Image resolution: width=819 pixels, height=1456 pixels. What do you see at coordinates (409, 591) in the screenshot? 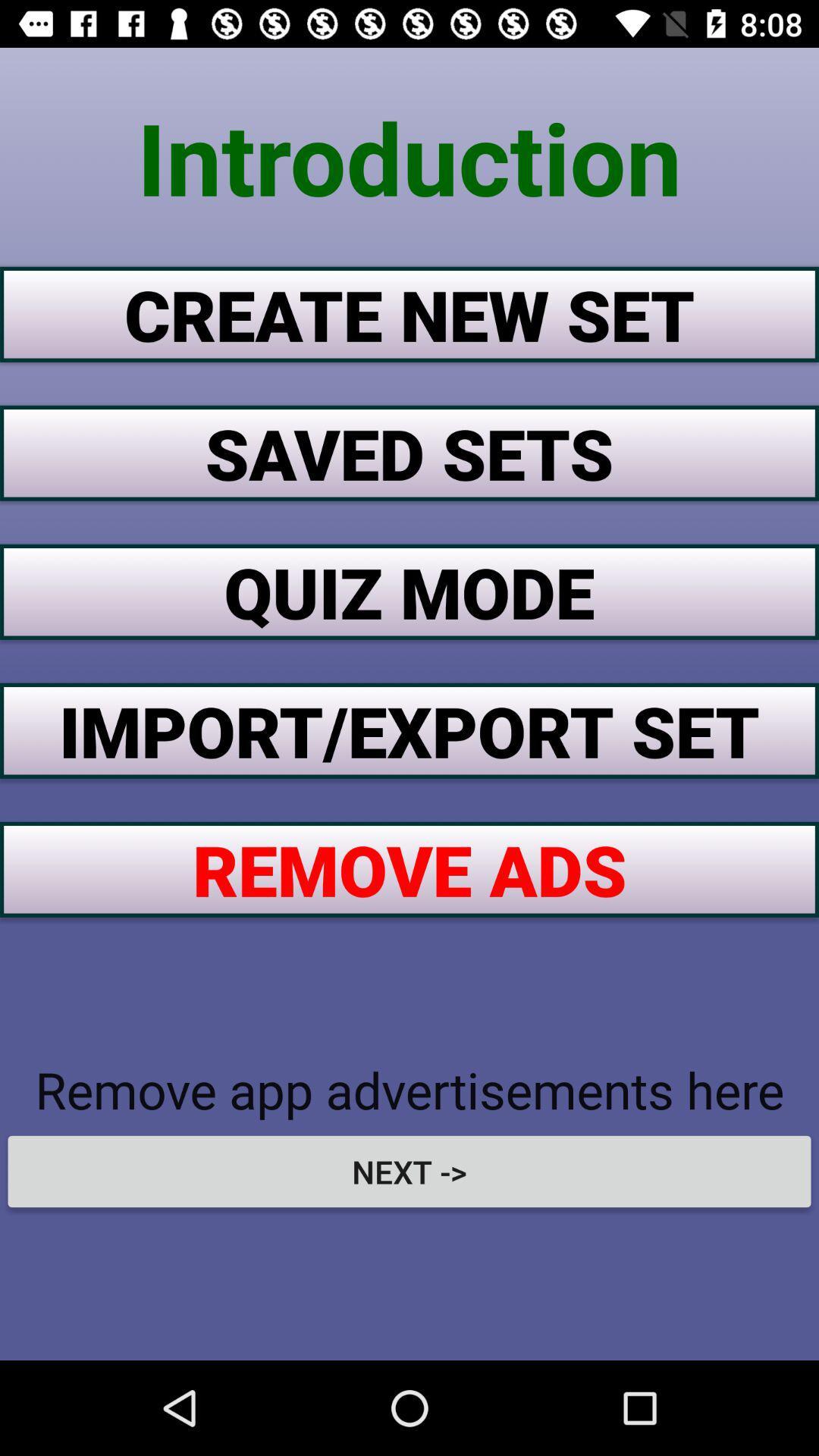
I see `the button below the saved sets` at bounding box center [409, 591].